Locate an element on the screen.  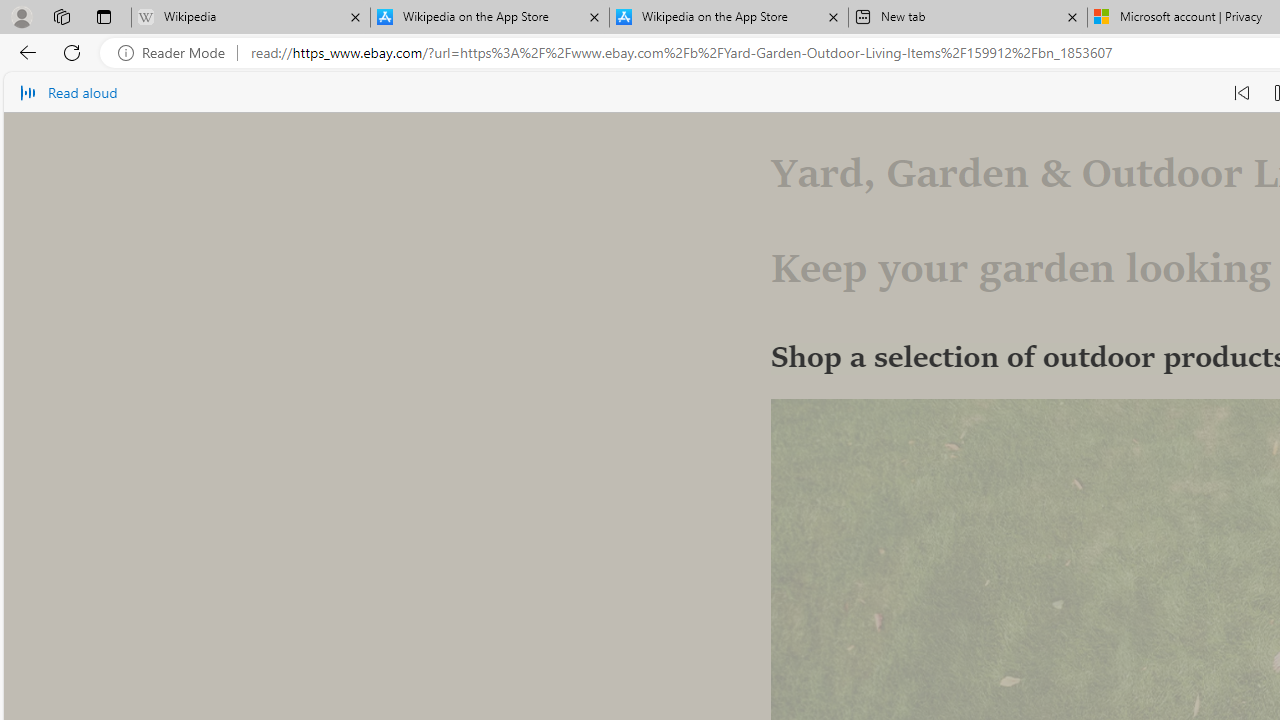
'Reader Mode' is located at coordinates (177, 52).